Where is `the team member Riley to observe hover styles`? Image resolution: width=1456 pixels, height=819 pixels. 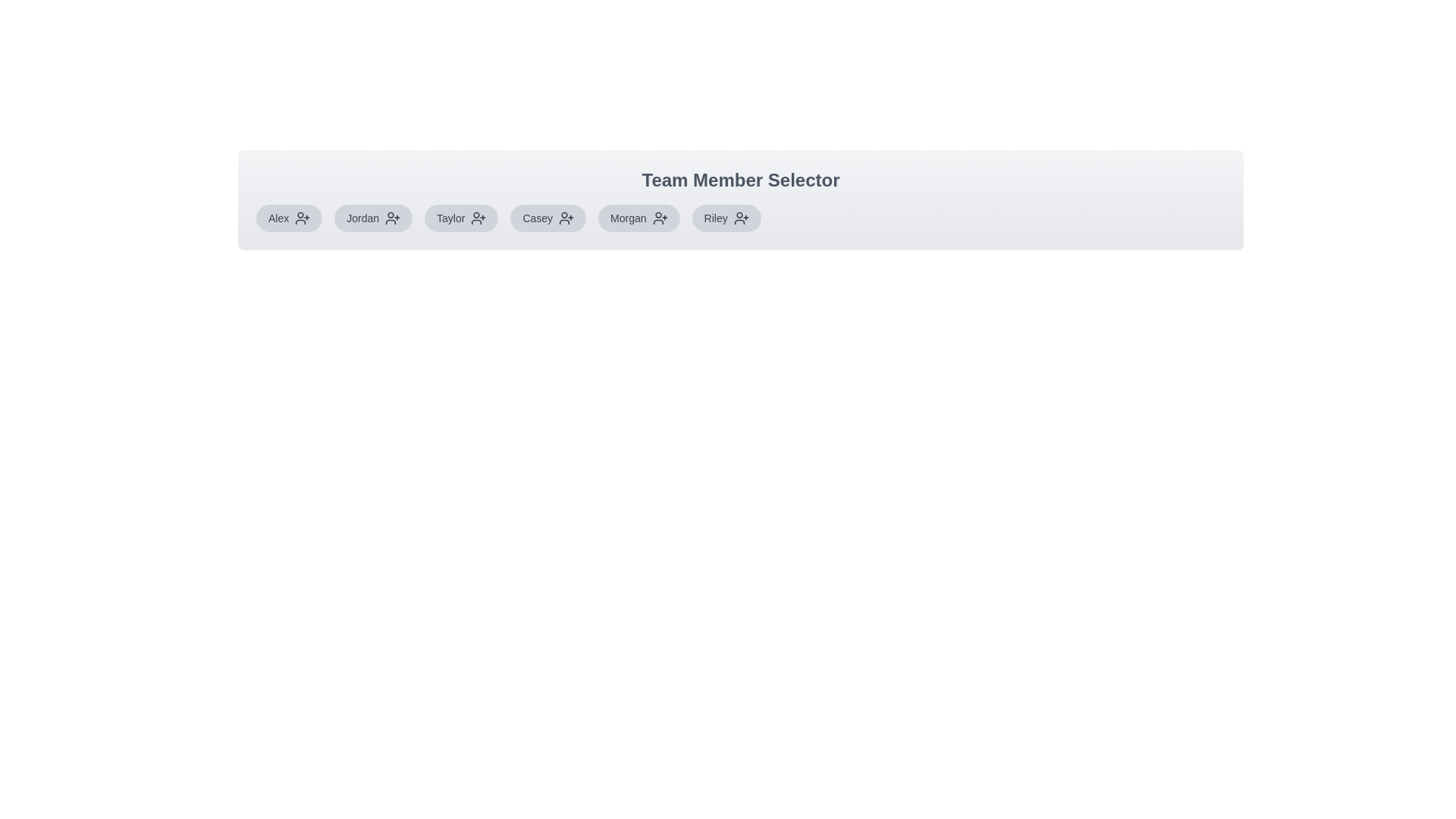 the team member Riley to observe hover styles is located at coordinates (726, 218).